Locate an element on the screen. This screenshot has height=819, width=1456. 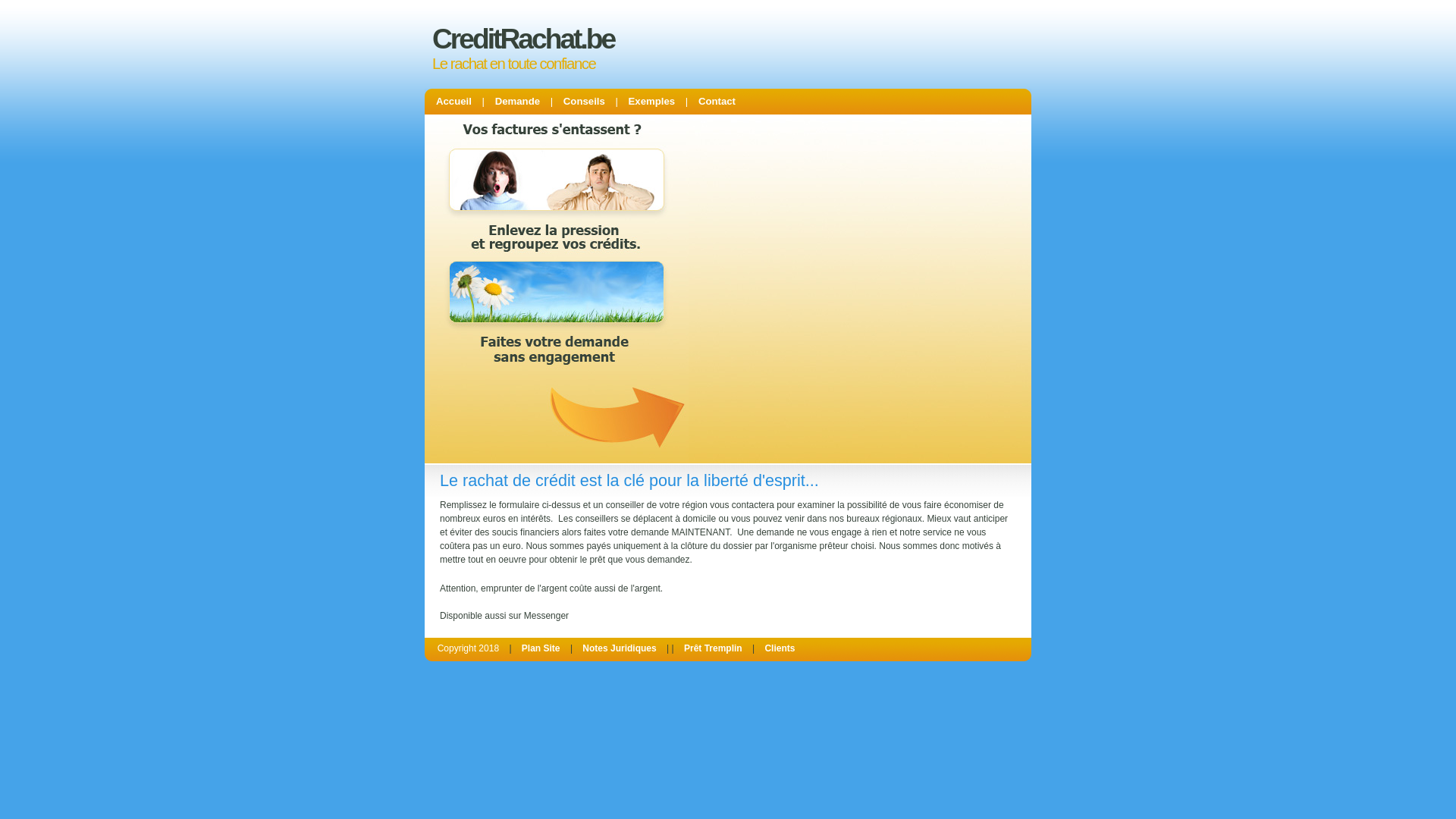
'Accueil' is located at coordinates (453, 101).